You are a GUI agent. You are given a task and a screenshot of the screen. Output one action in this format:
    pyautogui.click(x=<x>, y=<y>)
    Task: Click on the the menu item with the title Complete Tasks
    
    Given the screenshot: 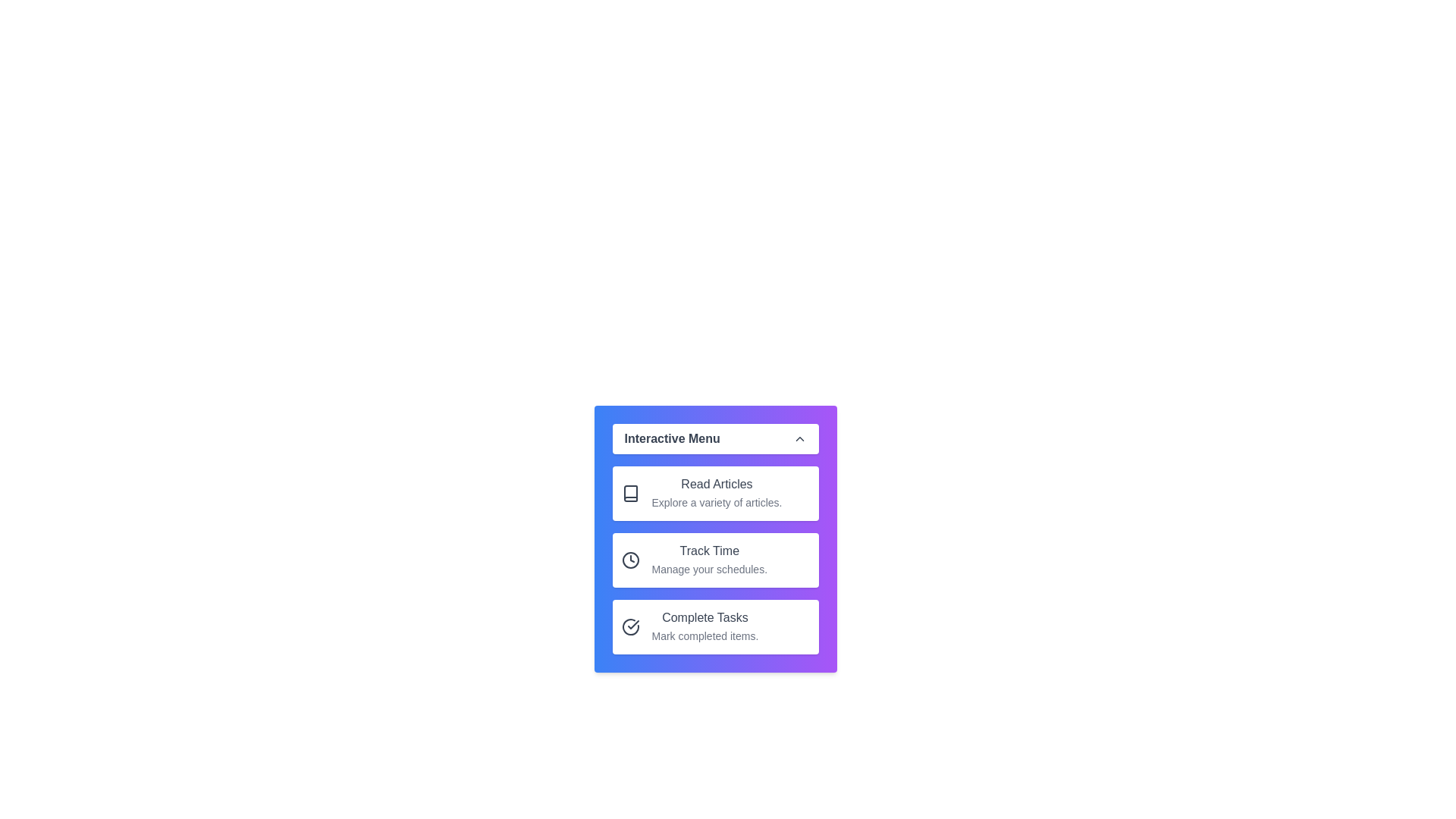 What is the action you would take?
    pyautogui.click(x=714, y=626)
    